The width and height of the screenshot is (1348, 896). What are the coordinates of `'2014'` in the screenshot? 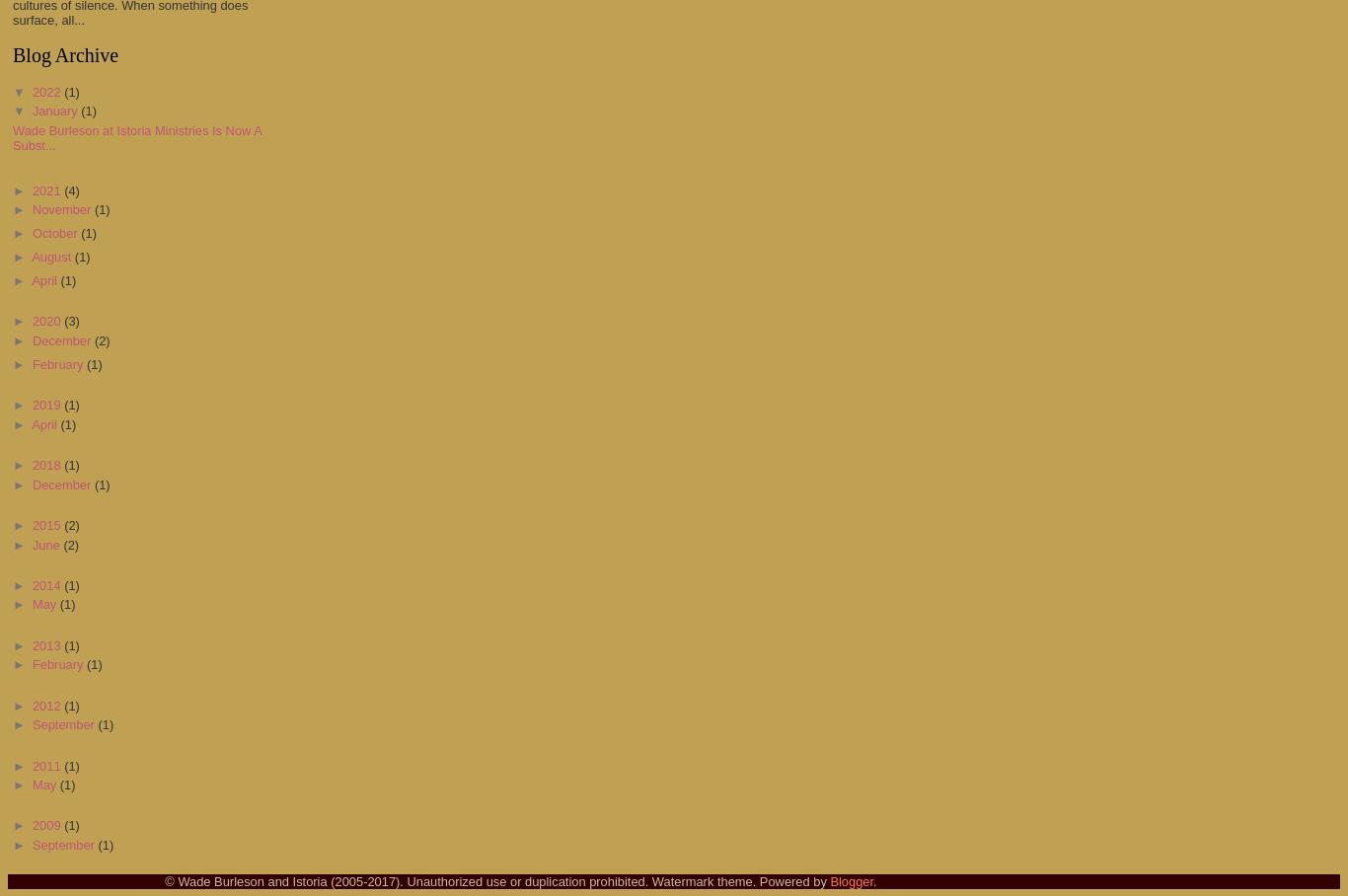 It's located at (47, 584).